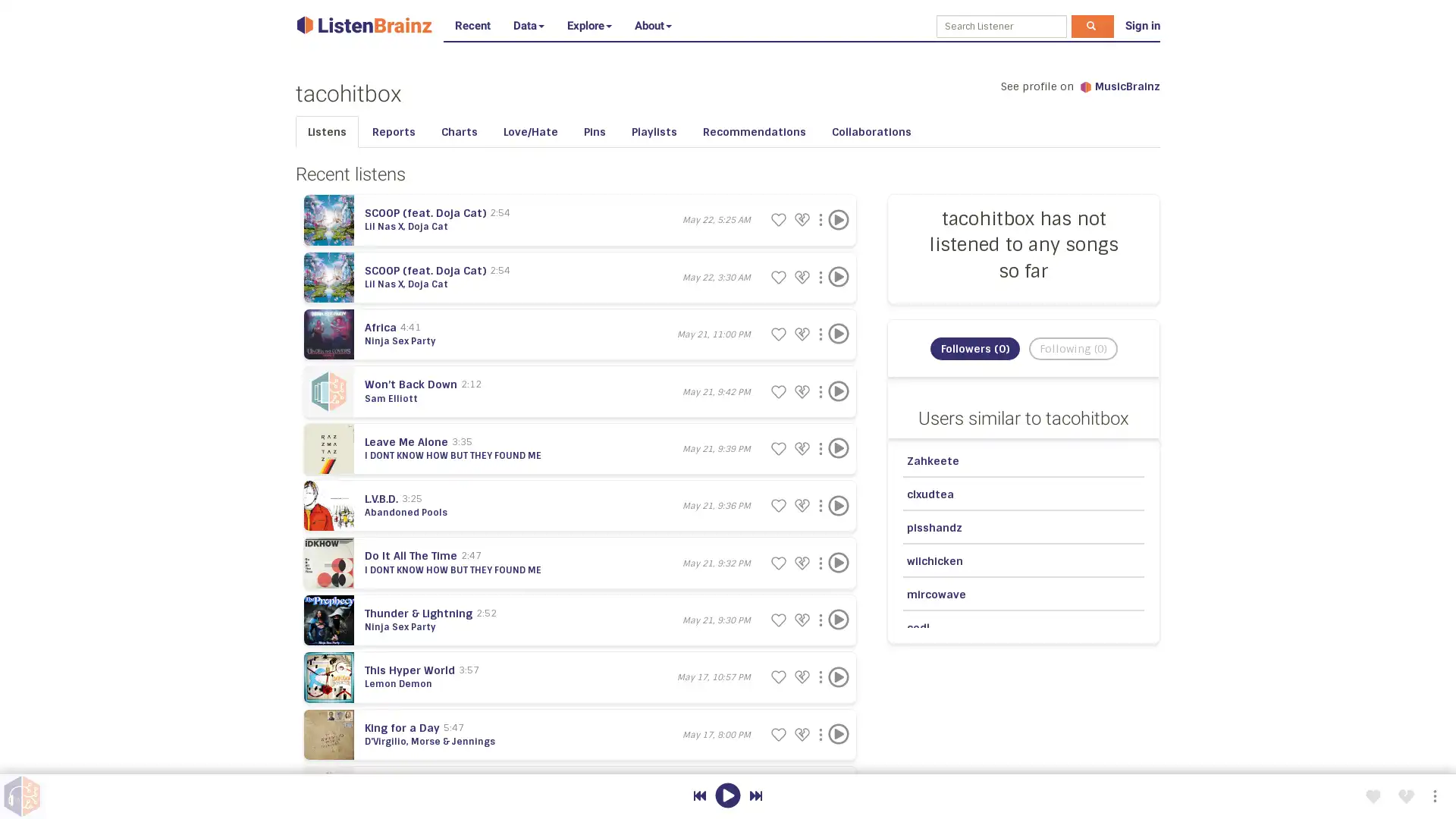 This screenshot has height=819, width=1456. Describe the element at coordinates (974, 385) in the screenshot. I see `Followers (0)` at that location.